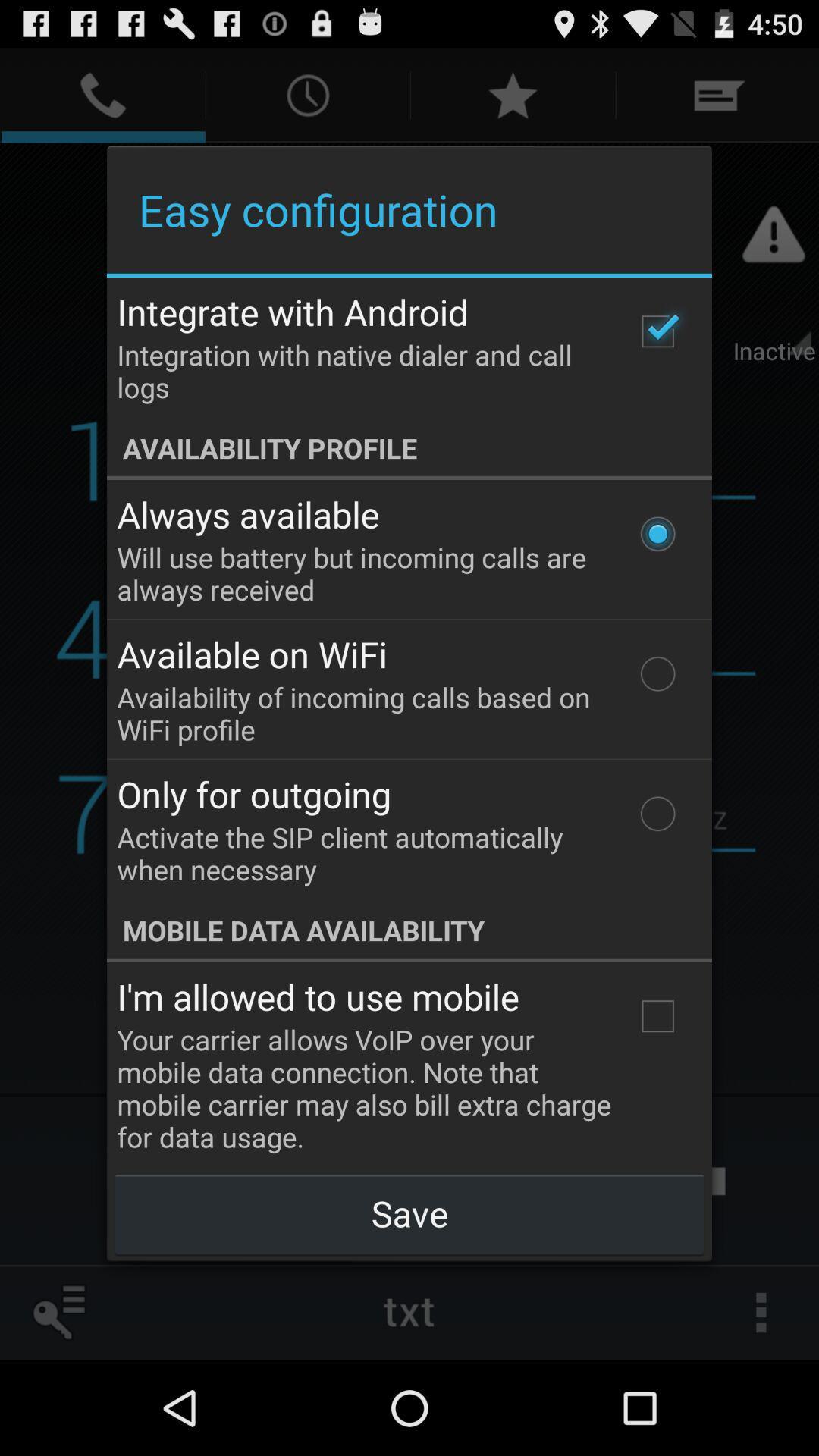  What do you see at coordinates (657, 1016) in the screenshot?
I see `icon at the bottom right corner` at bounding box center [657, 1016].